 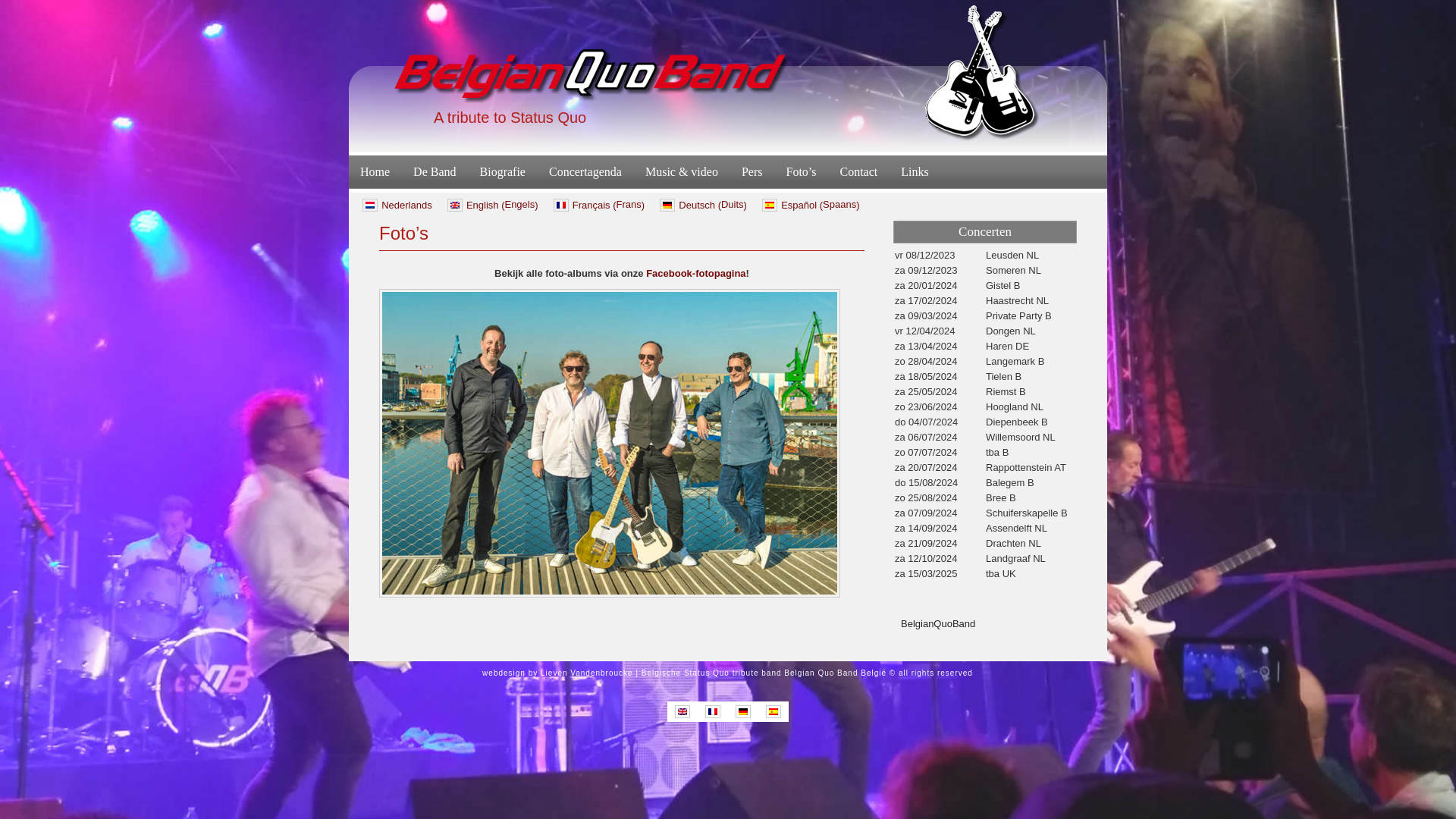 I want to click on 'De Band', so click(x=401, y=171).